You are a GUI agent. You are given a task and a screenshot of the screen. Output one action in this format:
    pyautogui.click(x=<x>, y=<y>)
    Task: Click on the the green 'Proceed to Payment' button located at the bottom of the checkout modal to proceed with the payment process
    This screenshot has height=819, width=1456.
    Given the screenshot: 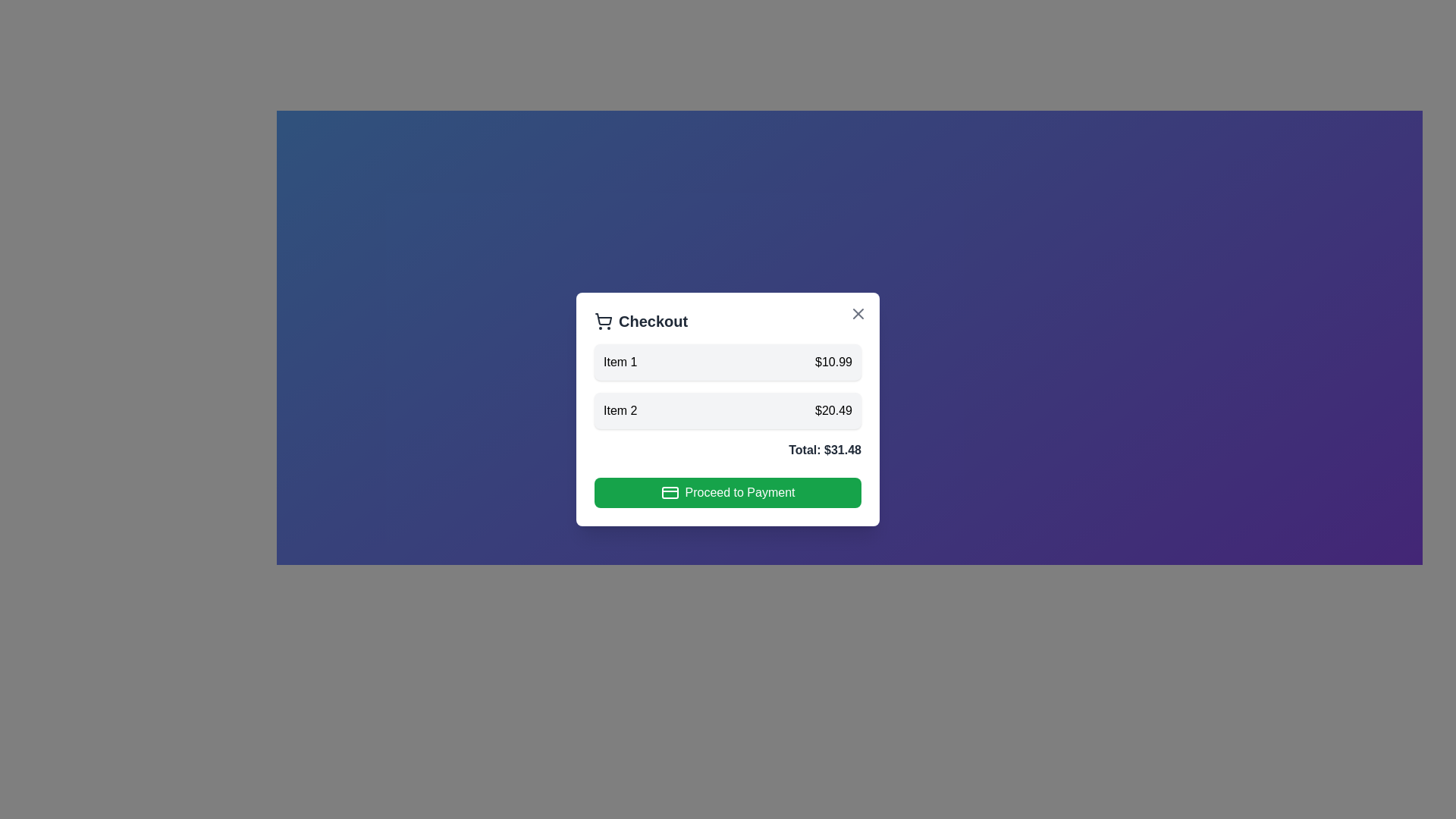 What is the action you would take?
    pyautogui.click(x=728, y=493)
    